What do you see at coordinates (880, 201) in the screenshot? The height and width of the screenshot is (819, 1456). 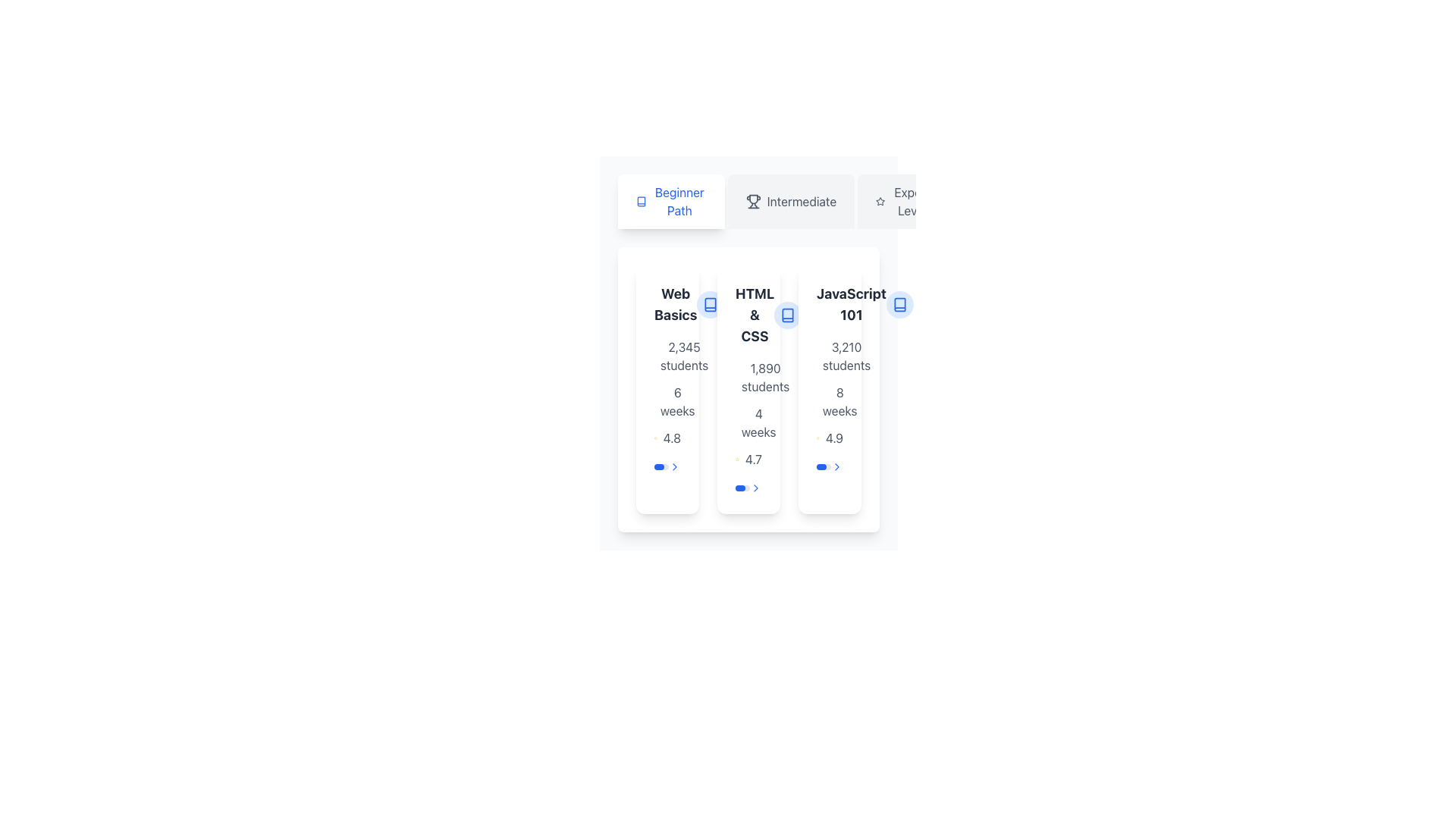 I see `the star-shaped icon with a hollow center and thin outline, located to the left of the text 'Expert Level' within the button-like structure` at bounding box center [880, 201].